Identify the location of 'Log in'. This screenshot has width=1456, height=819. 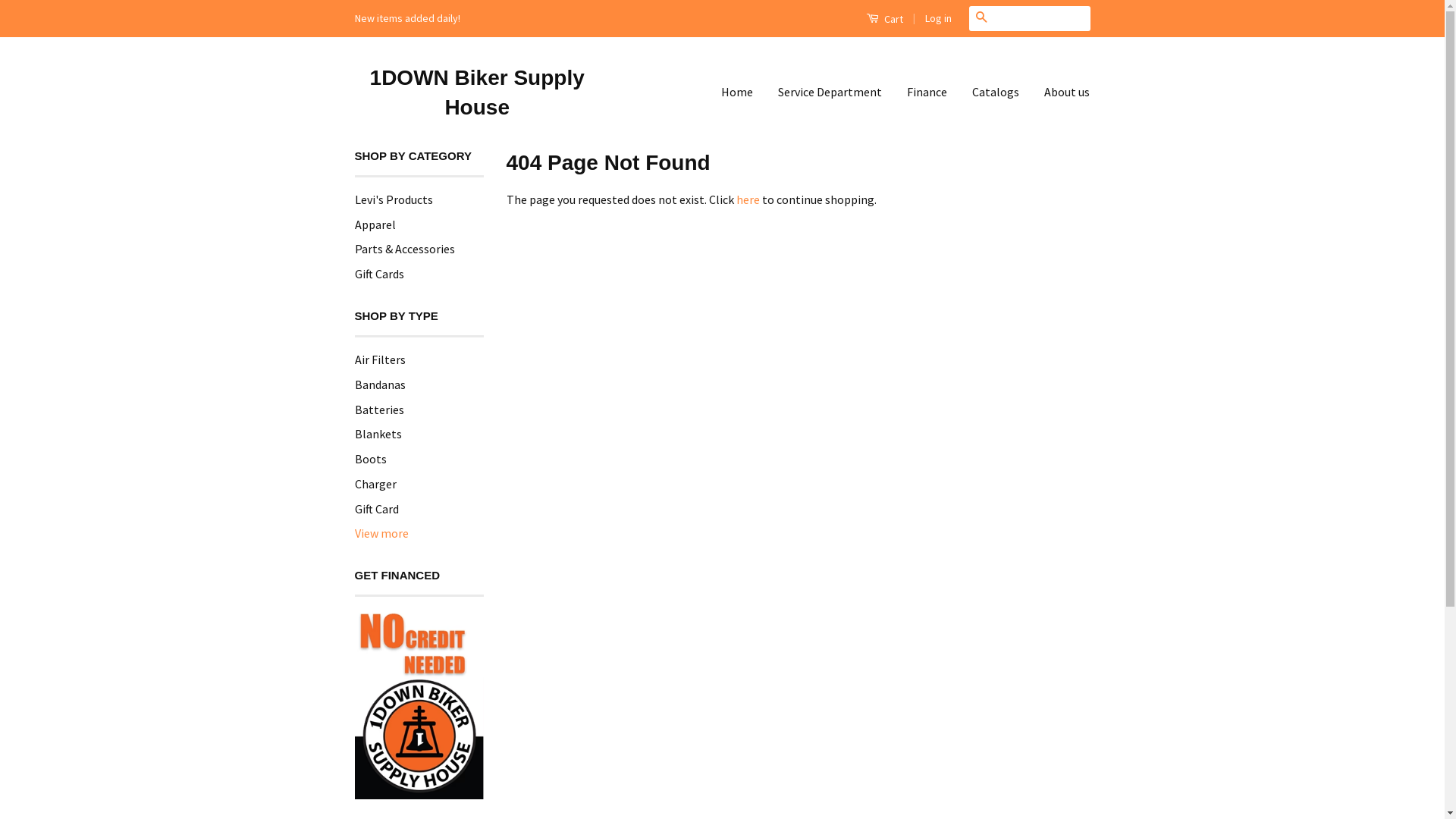
(937, 17).